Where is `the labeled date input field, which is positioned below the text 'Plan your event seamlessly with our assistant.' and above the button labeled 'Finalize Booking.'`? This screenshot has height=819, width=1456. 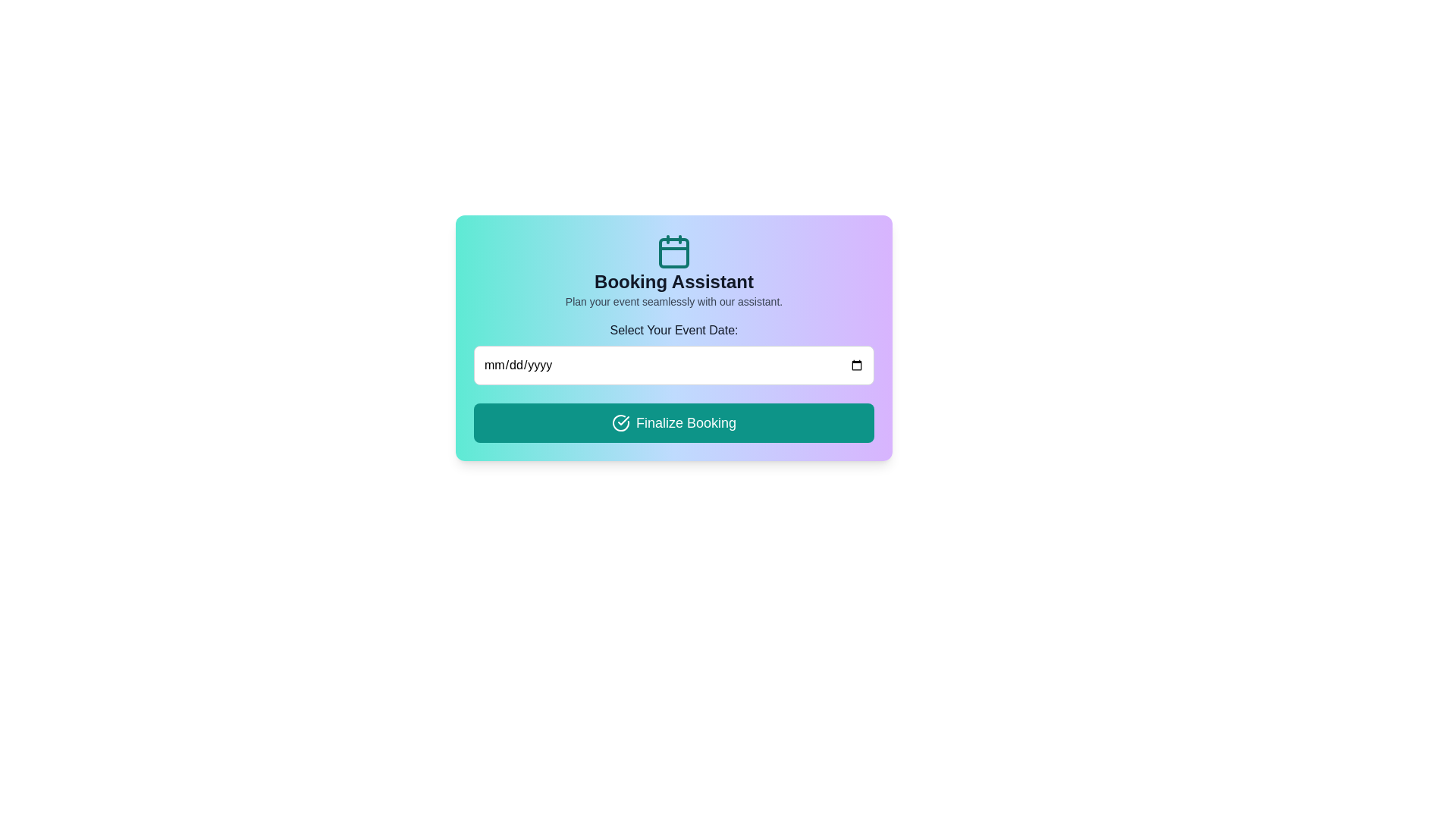
the labeled date input field, which is positioned below the text 'Plan your event seamlessly with our assistant.' and above the button labeled 'Finalize Booking.' is located at coordinates (673, 353).